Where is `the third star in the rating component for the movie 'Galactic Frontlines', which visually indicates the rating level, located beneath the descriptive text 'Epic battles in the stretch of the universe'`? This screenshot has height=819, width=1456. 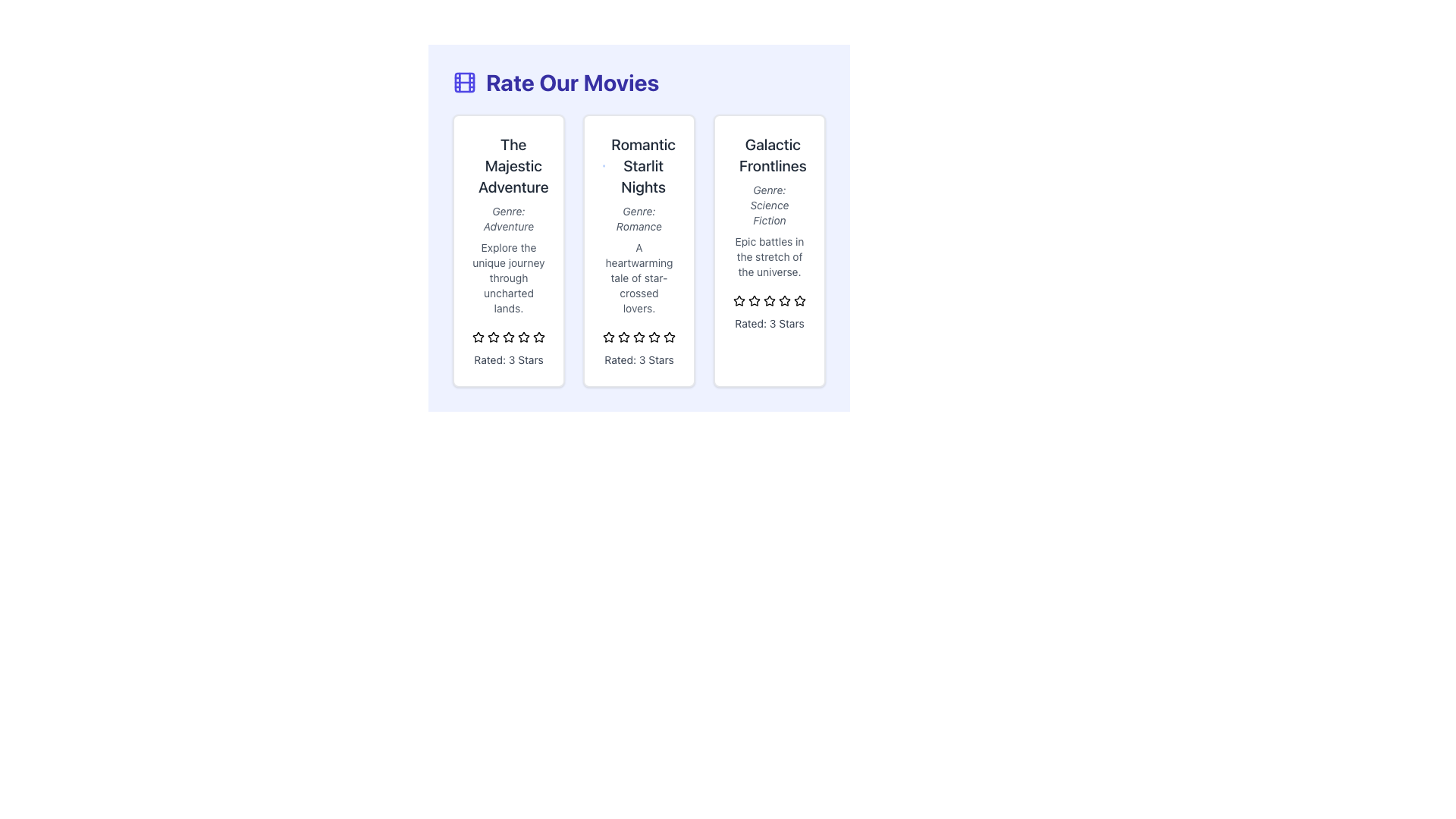
the third star in the rating component for the movie 'Galactic Frontlines', which visually indicates the rating level, located beneath the descriptive text 'Epic battles in the stretch of the universe' is located at coordinates (769, 301).